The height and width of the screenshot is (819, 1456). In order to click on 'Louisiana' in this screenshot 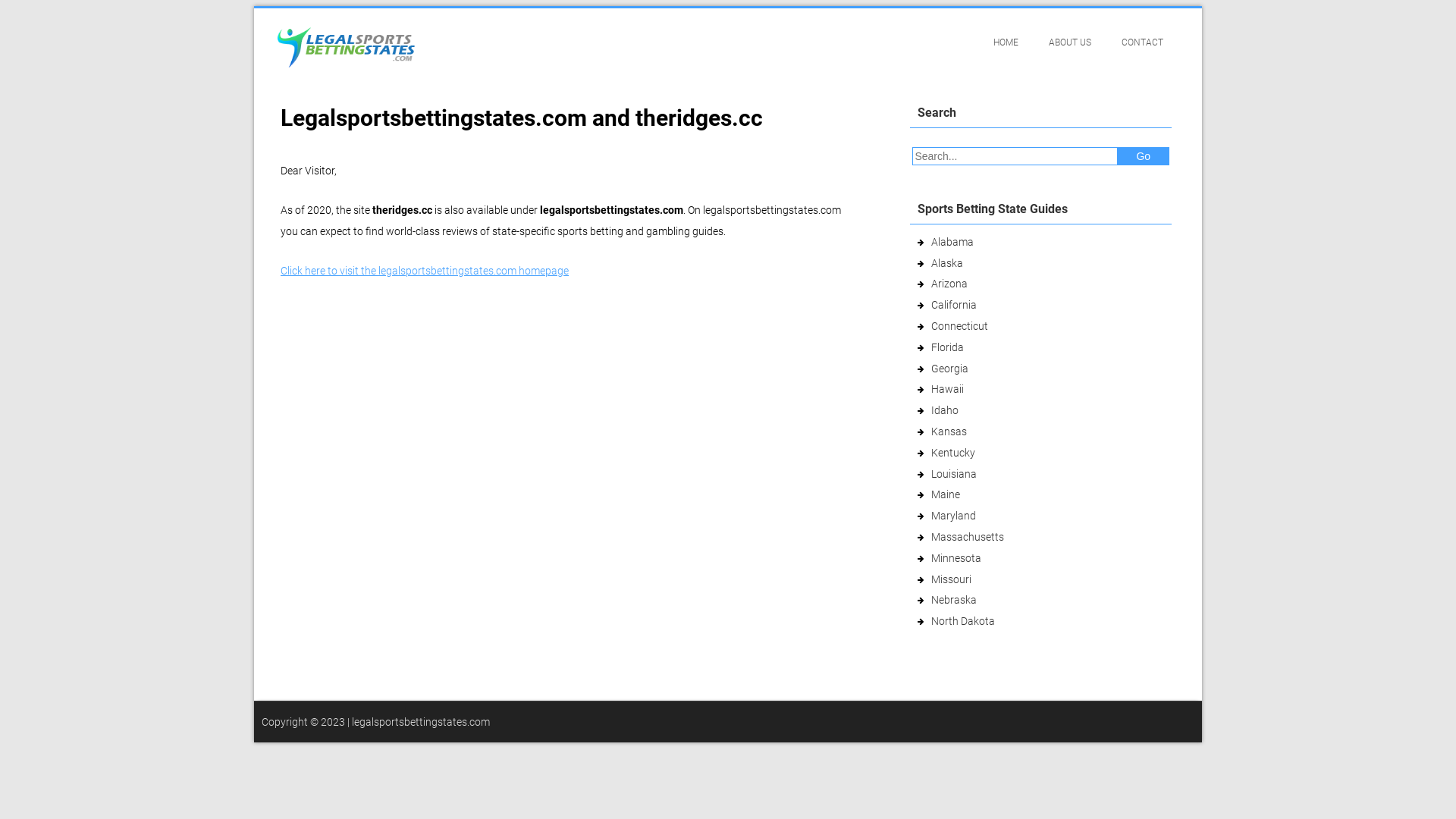, I will do `click(952, 472)`.